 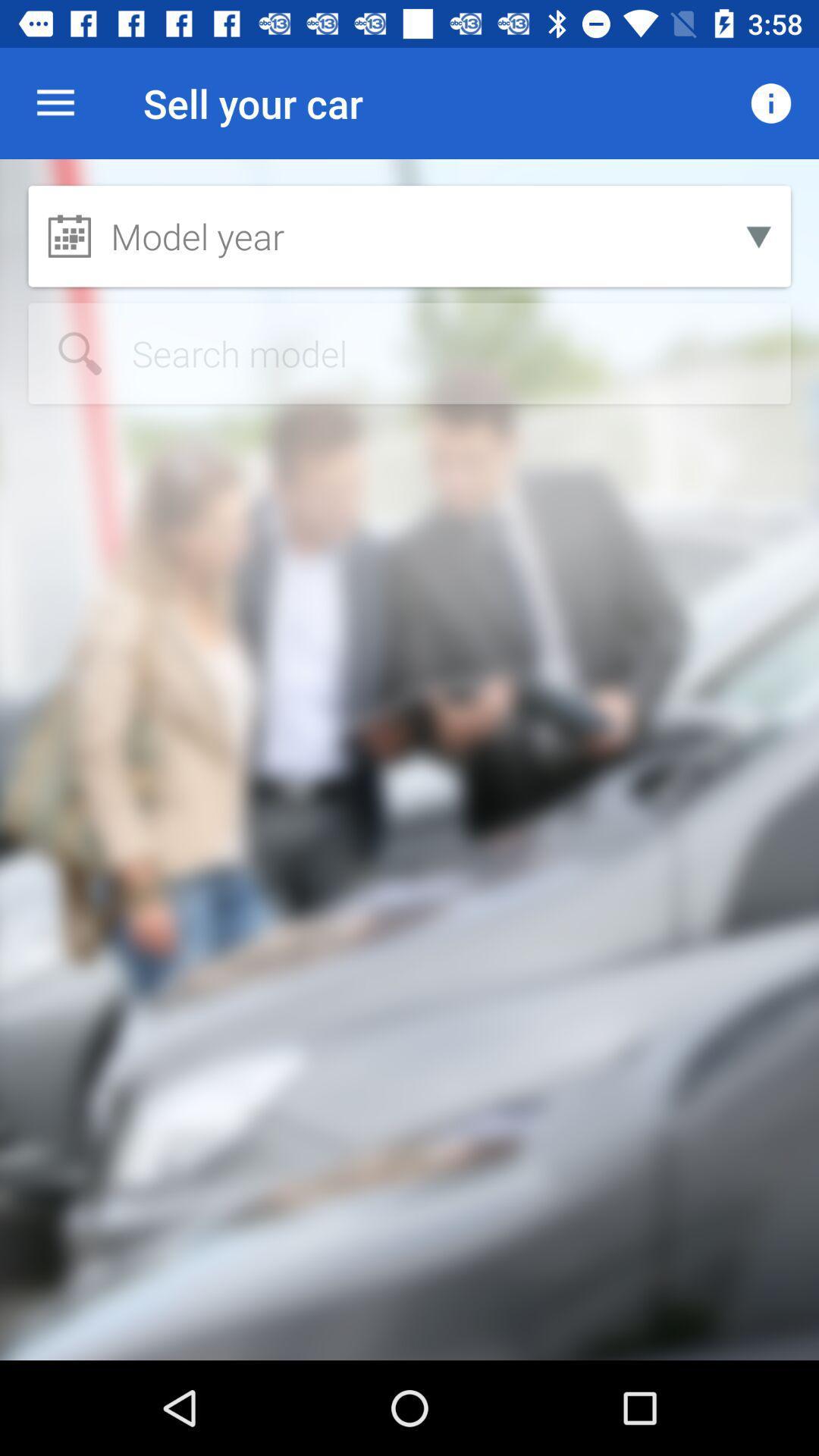 I want to click on search model, so click(x=409, y=353).